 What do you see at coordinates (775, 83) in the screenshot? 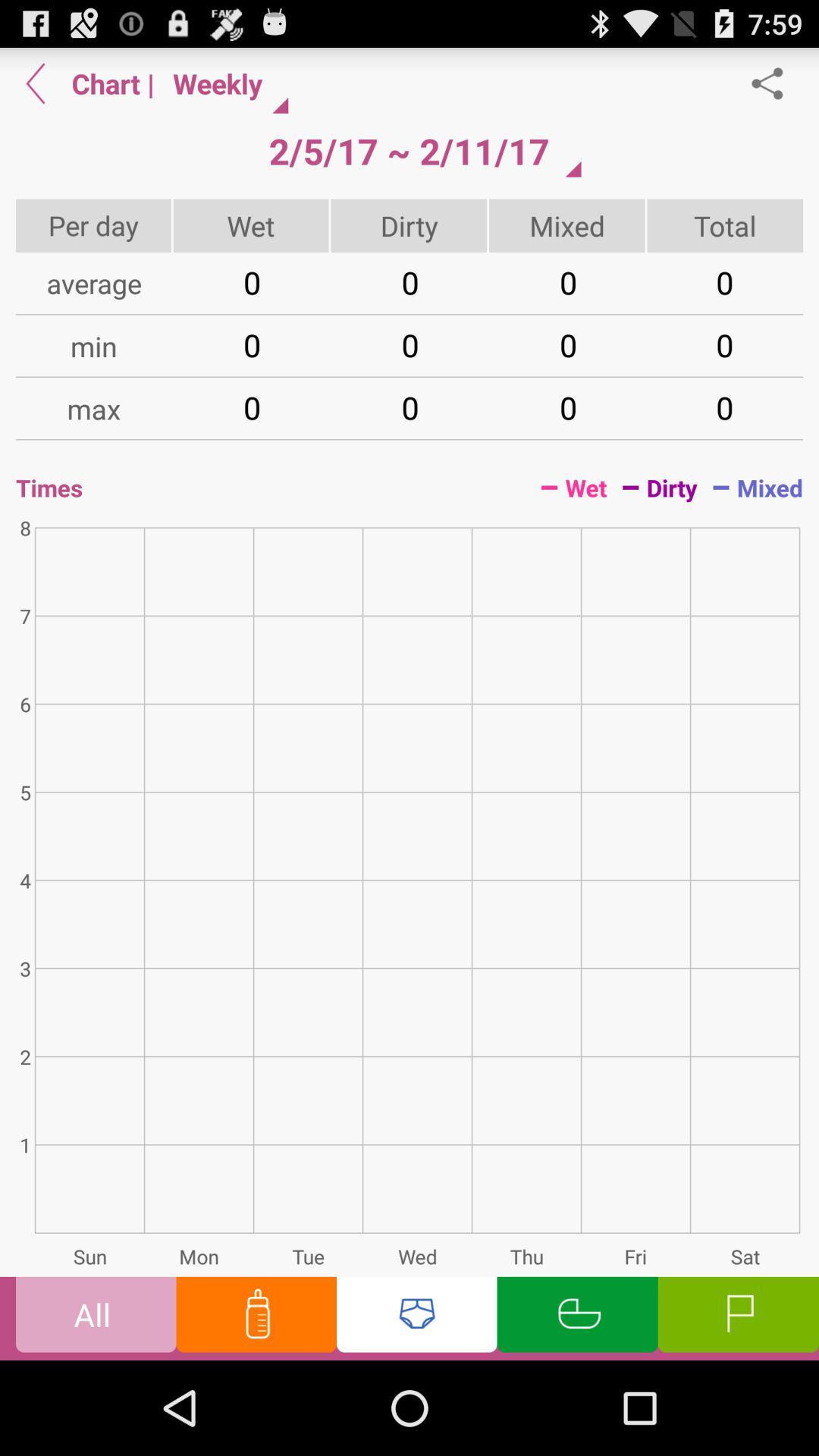
I see `share option` at bounding box center [775, 83].